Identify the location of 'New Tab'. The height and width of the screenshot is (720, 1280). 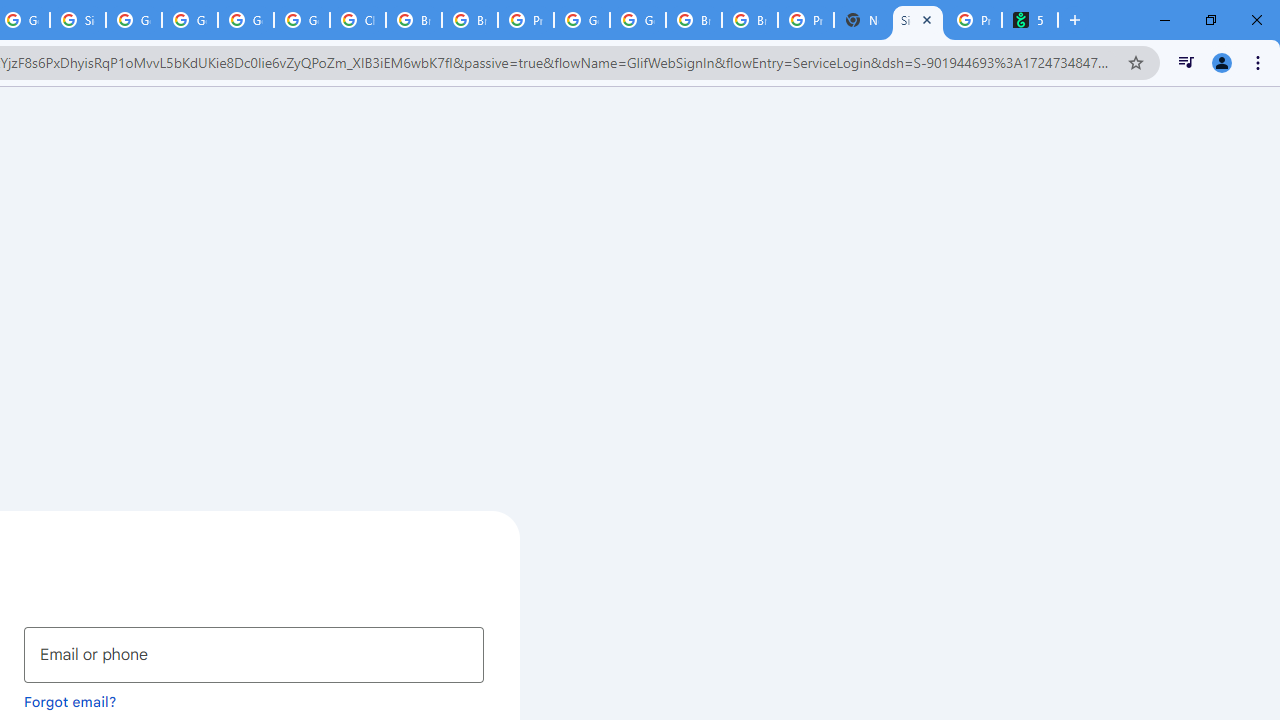
(862, 20).